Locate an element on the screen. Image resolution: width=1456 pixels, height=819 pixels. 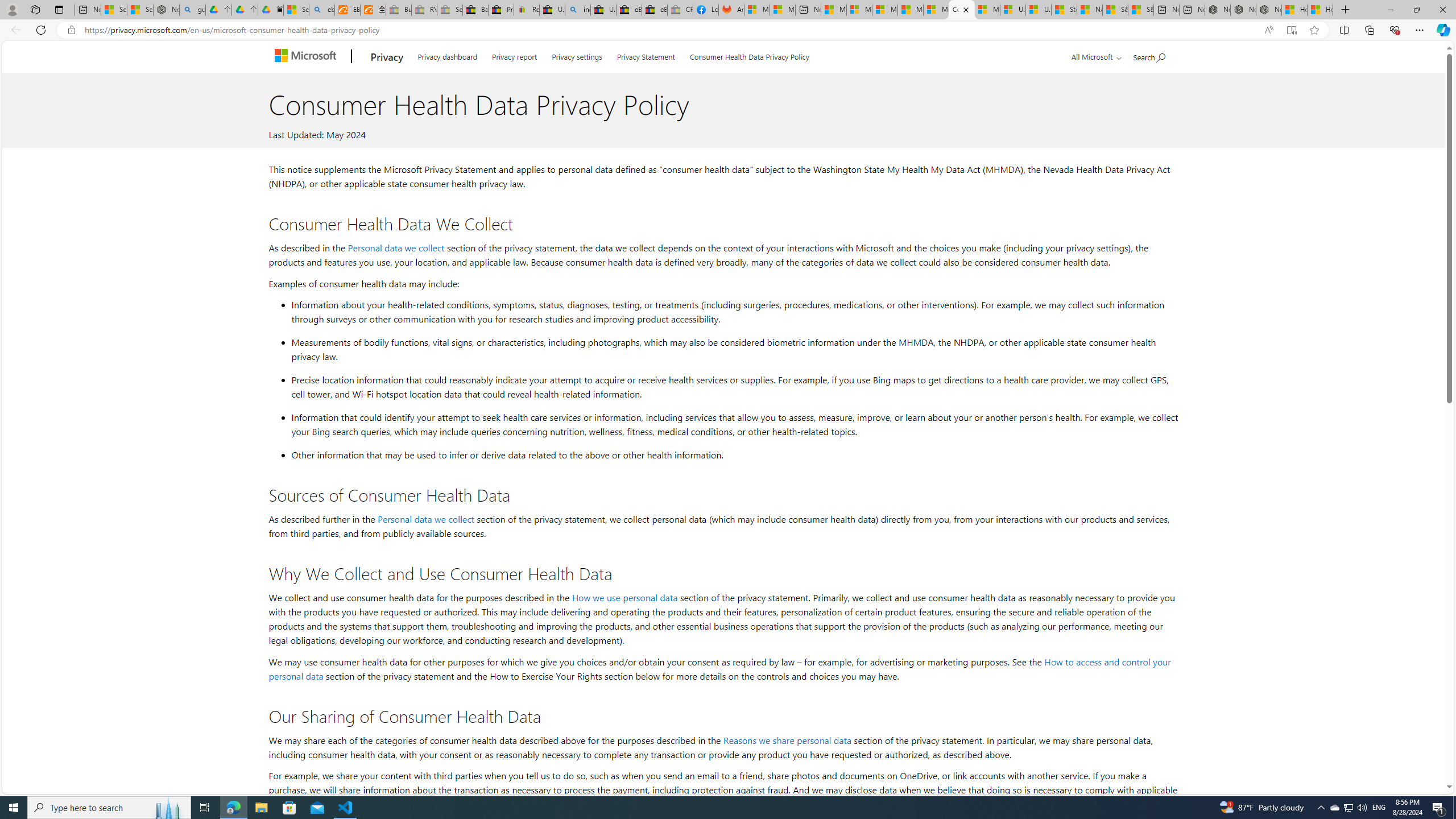
'Enter Immersive Reader (F9)' is located at coordinates (1291, 30).